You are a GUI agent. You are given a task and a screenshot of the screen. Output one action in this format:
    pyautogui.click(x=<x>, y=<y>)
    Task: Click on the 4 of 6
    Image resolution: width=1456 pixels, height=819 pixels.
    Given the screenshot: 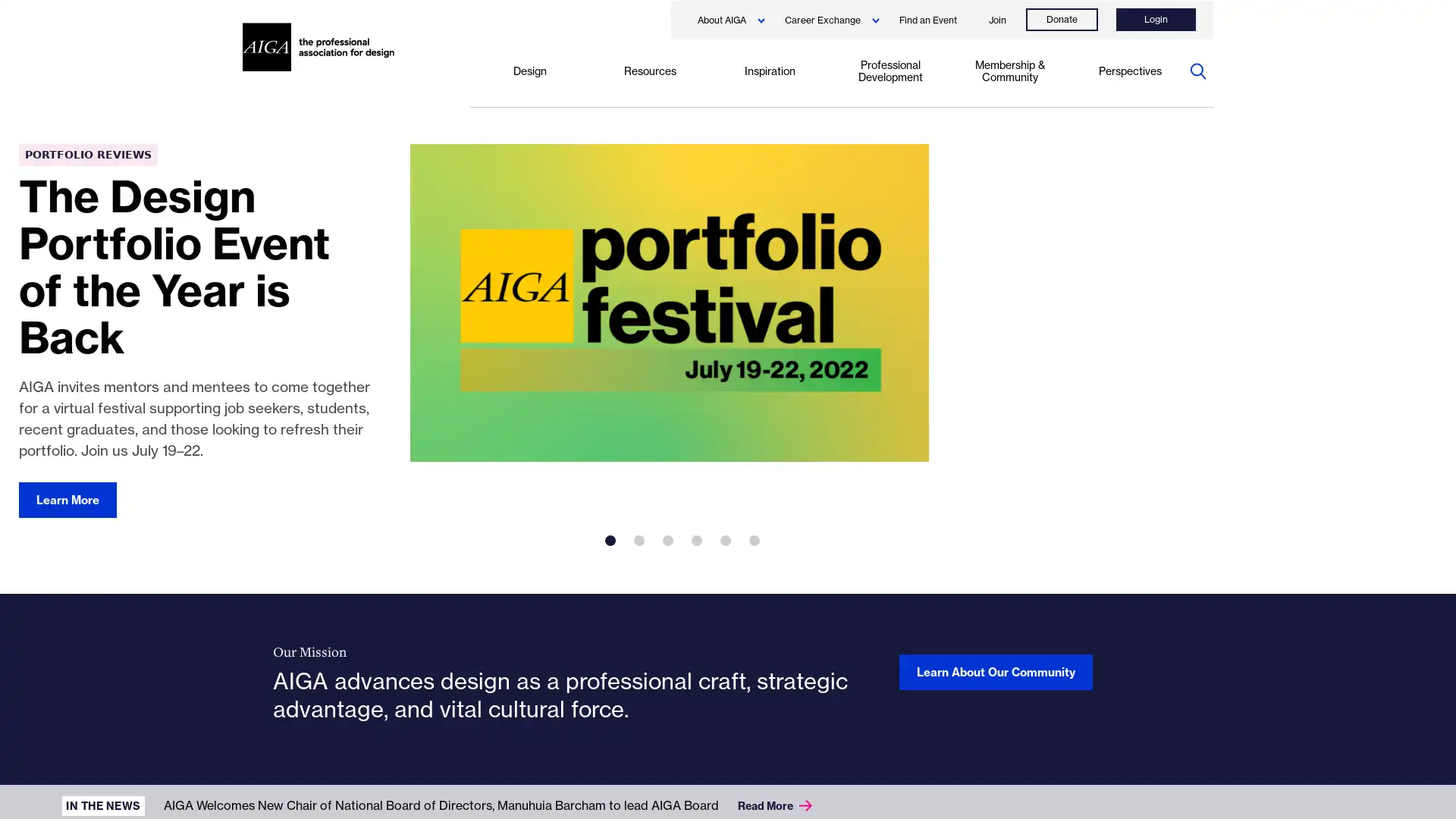 What is the action you would take?
    pyautogui.click(x=695, y=540)
    